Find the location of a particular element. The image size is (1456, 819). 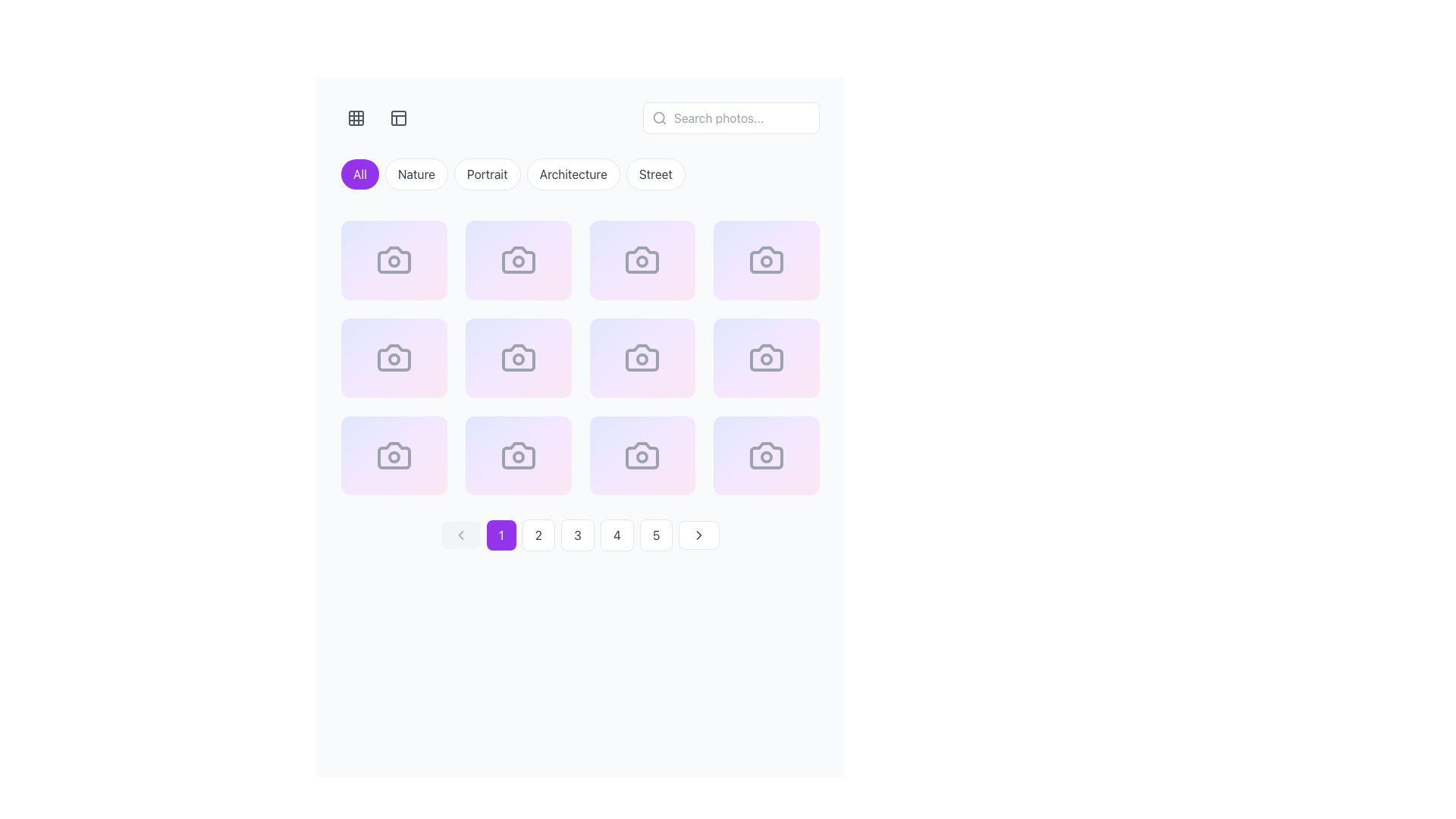

the stylized camera body element within the SVG graphic, which is part of a camera icon in the UI. This element is characterized by its minimalistic outline design and is located in the bottom row, first from the left in a 3-column layout grid is located at coordinates (394, 455).